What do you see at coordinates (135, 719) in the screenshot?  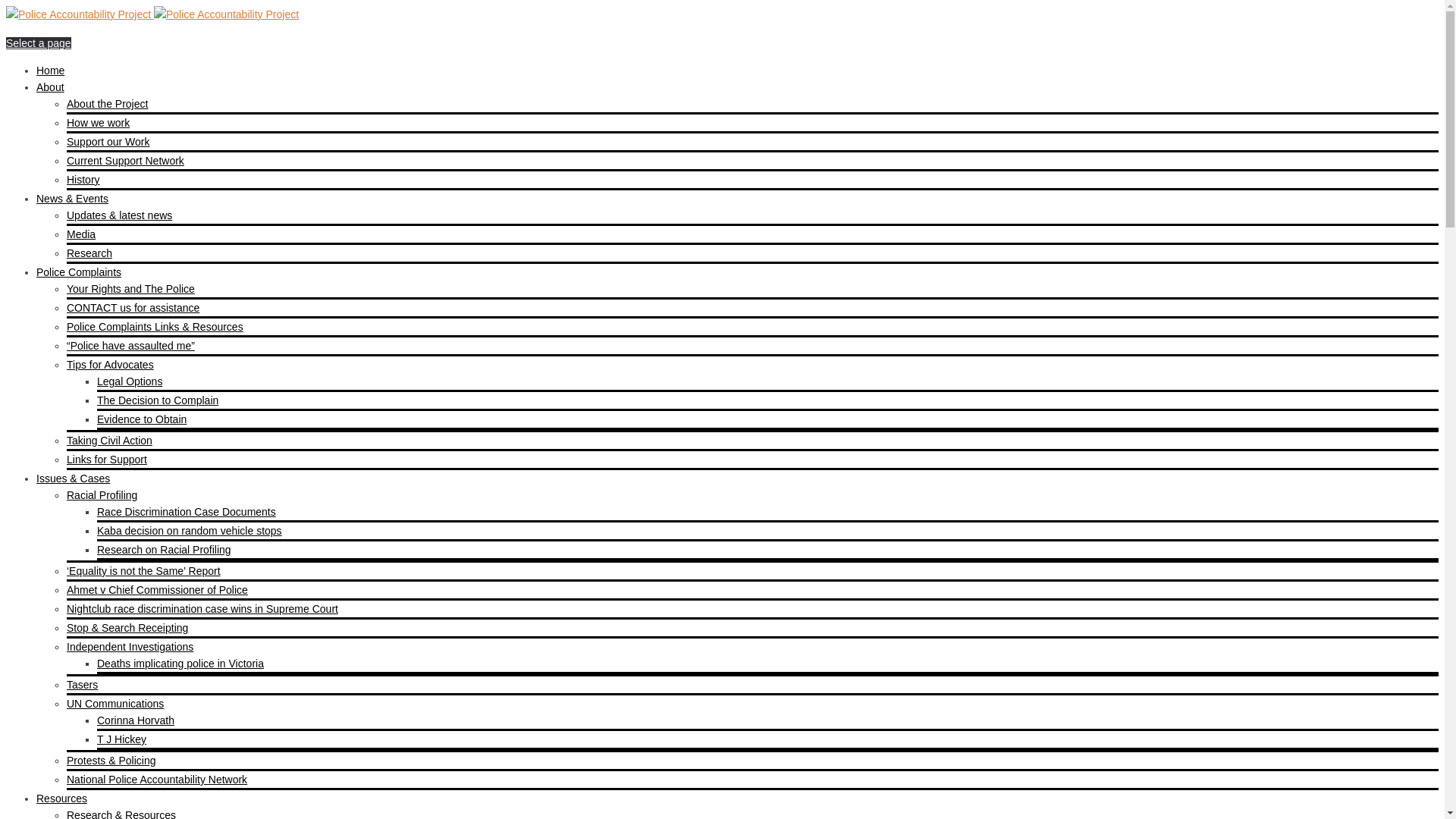 I see `'Corinna Horvath'` at bounding box center [135, 719].